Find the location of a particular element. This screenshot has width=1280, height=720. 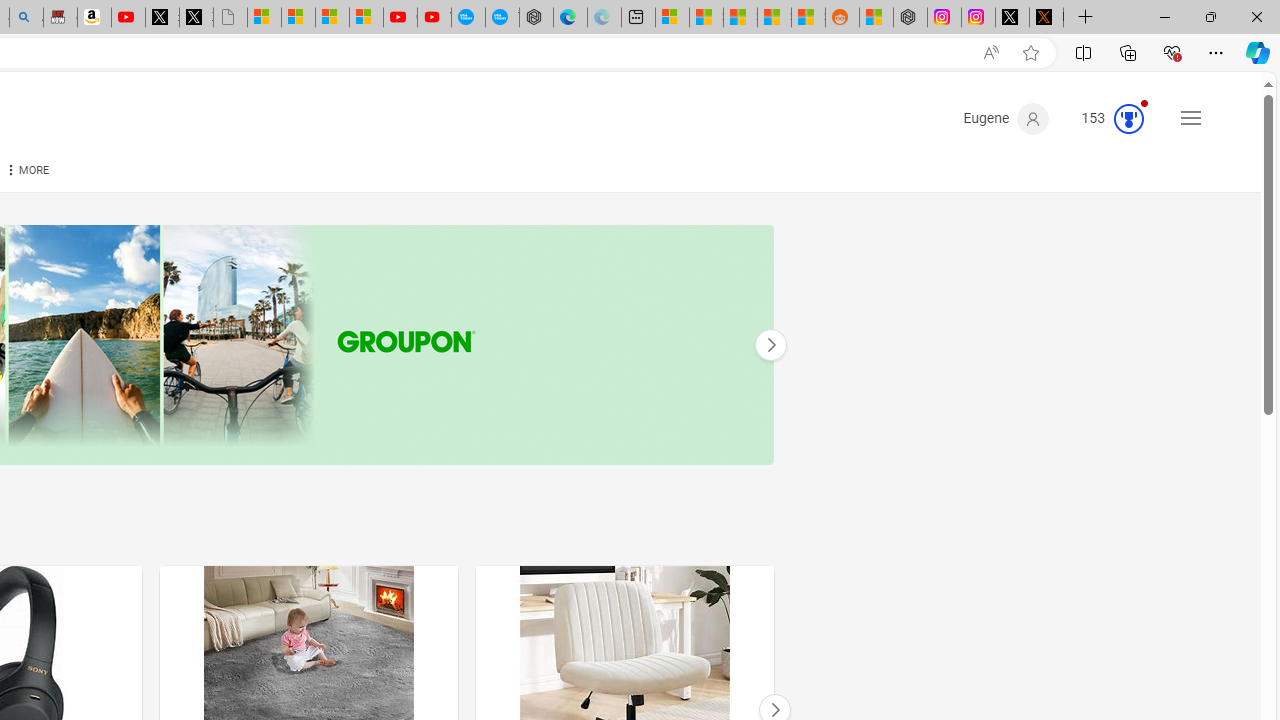

'Microsoft account | Microsoft Account Privacy Settings' is located at coordinates (672, 17).